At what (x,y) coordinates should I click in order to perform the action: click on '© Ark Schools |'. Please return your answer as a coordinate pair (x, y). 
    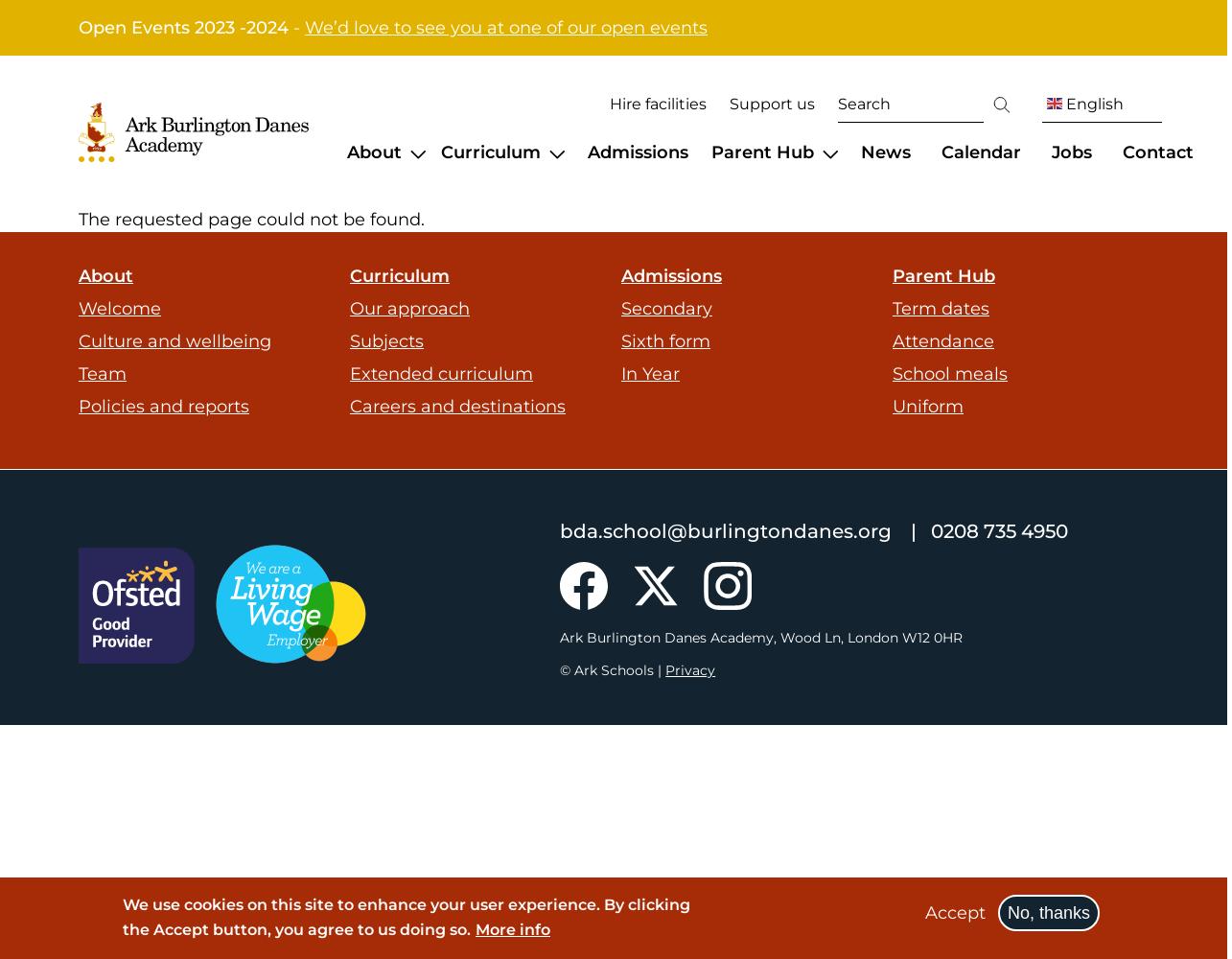
    Looking at the image, I should click on (613, 668).